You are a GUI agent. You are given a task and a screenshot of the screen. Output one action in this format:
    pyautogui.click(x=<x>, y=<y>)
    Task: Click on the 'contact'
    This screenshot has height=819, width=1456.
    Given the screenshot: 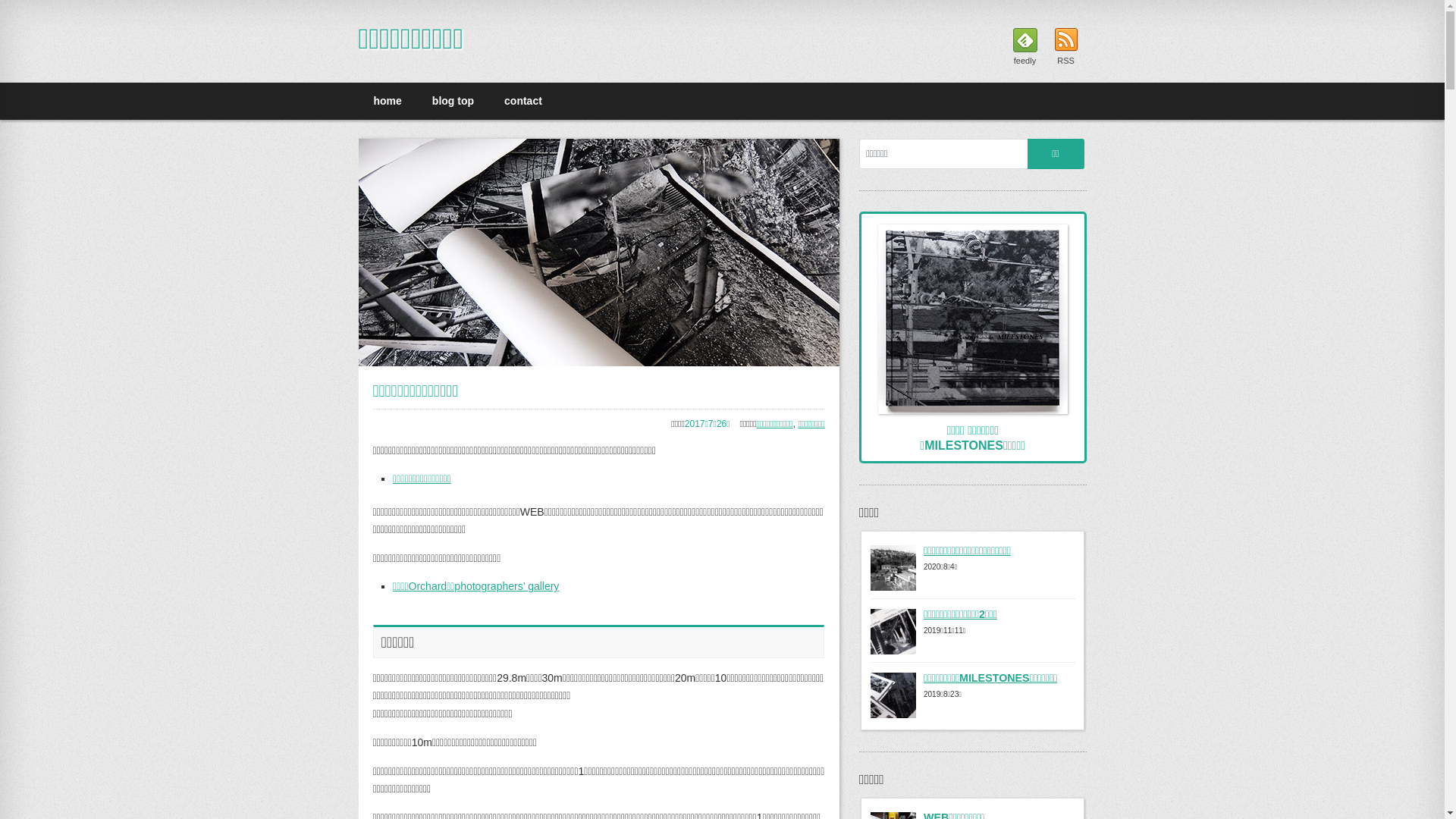 What is the action you would take?
    pyautogui.click(x=488, y=100)
    